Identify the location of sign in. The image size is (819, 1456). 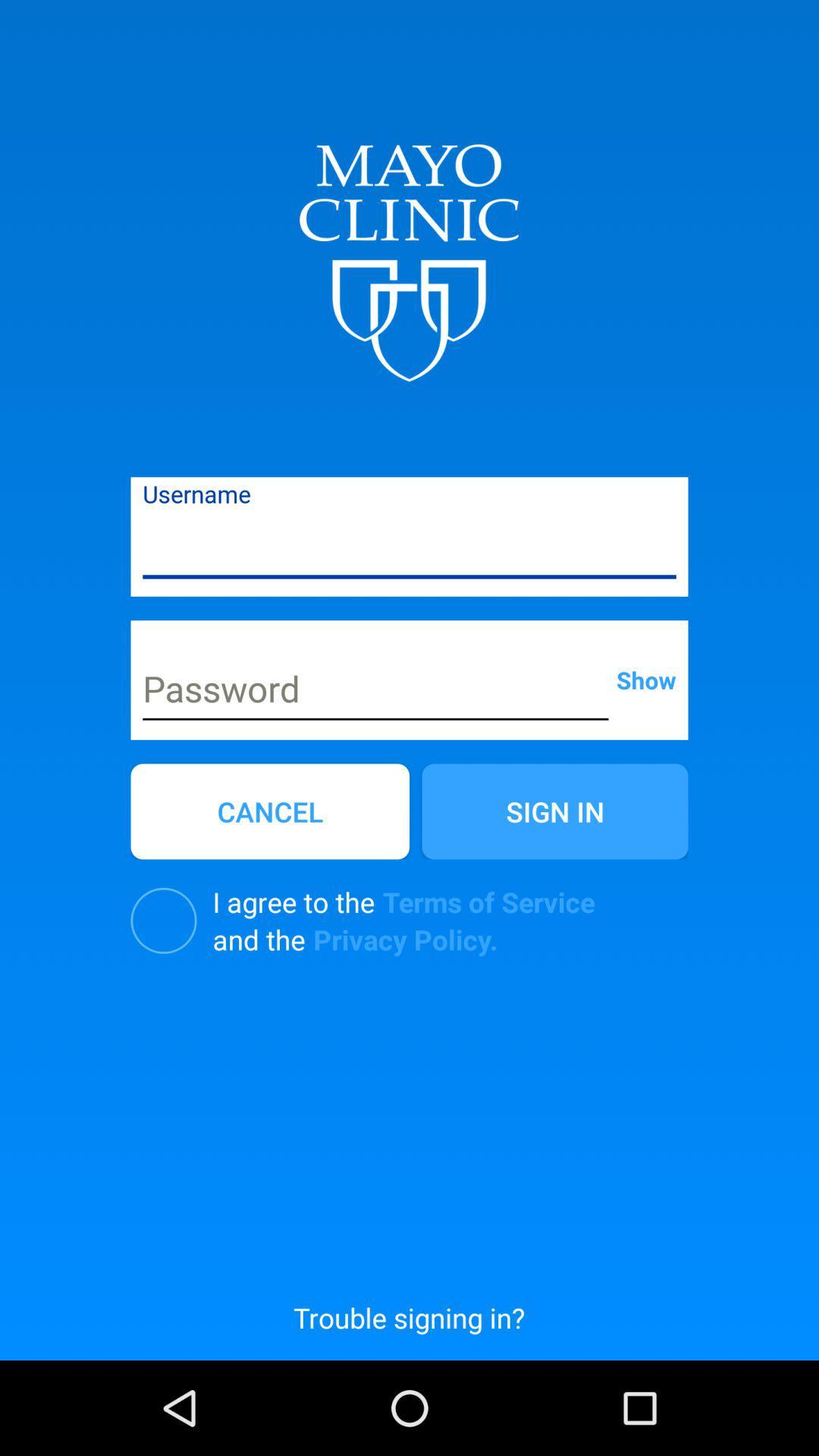
(555, 811).